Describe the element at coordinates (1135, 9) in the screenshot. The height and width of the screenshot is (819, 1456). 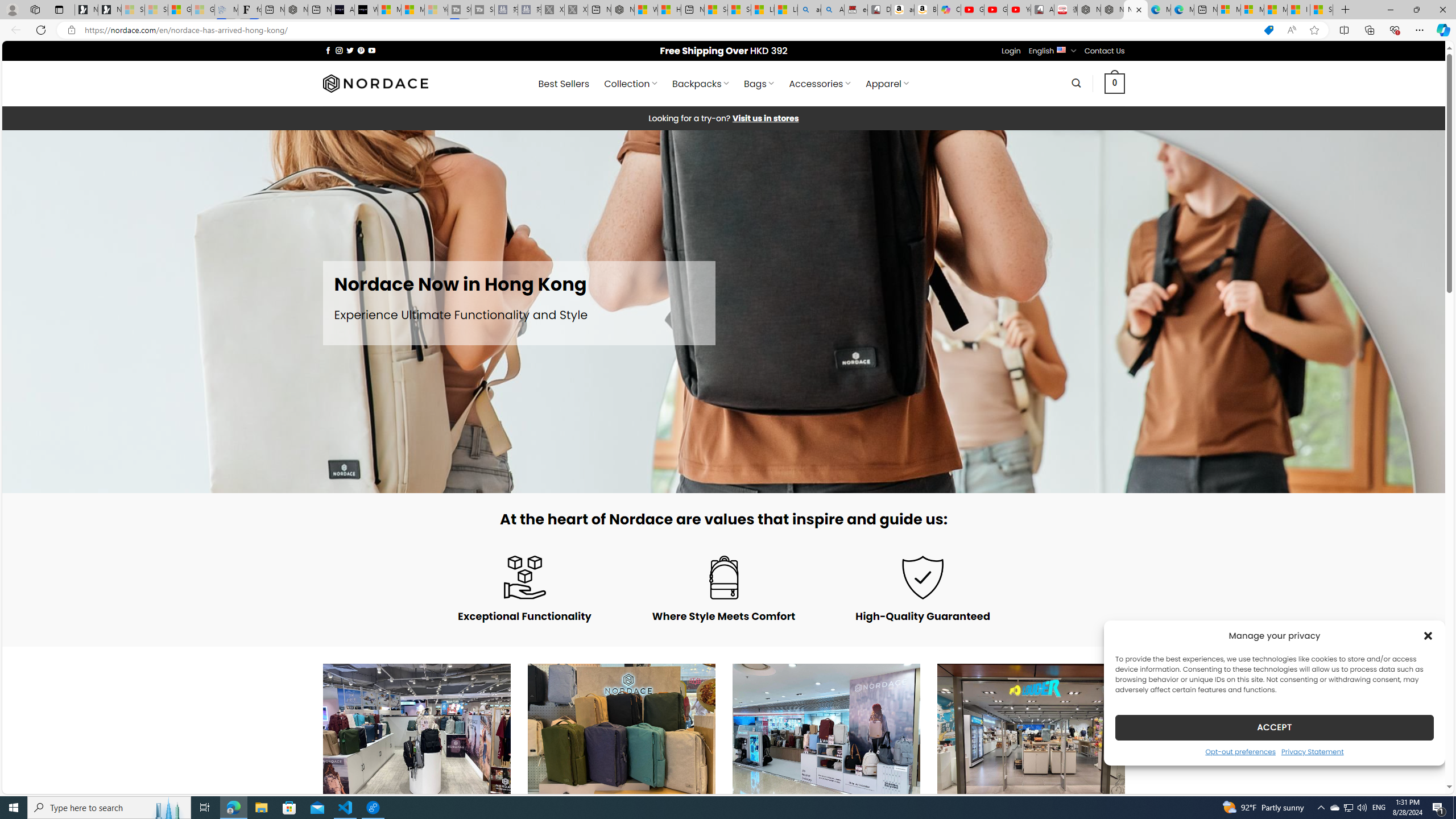
I see `'Nordace - Nordace has arrived Hong Kong'` at that location.